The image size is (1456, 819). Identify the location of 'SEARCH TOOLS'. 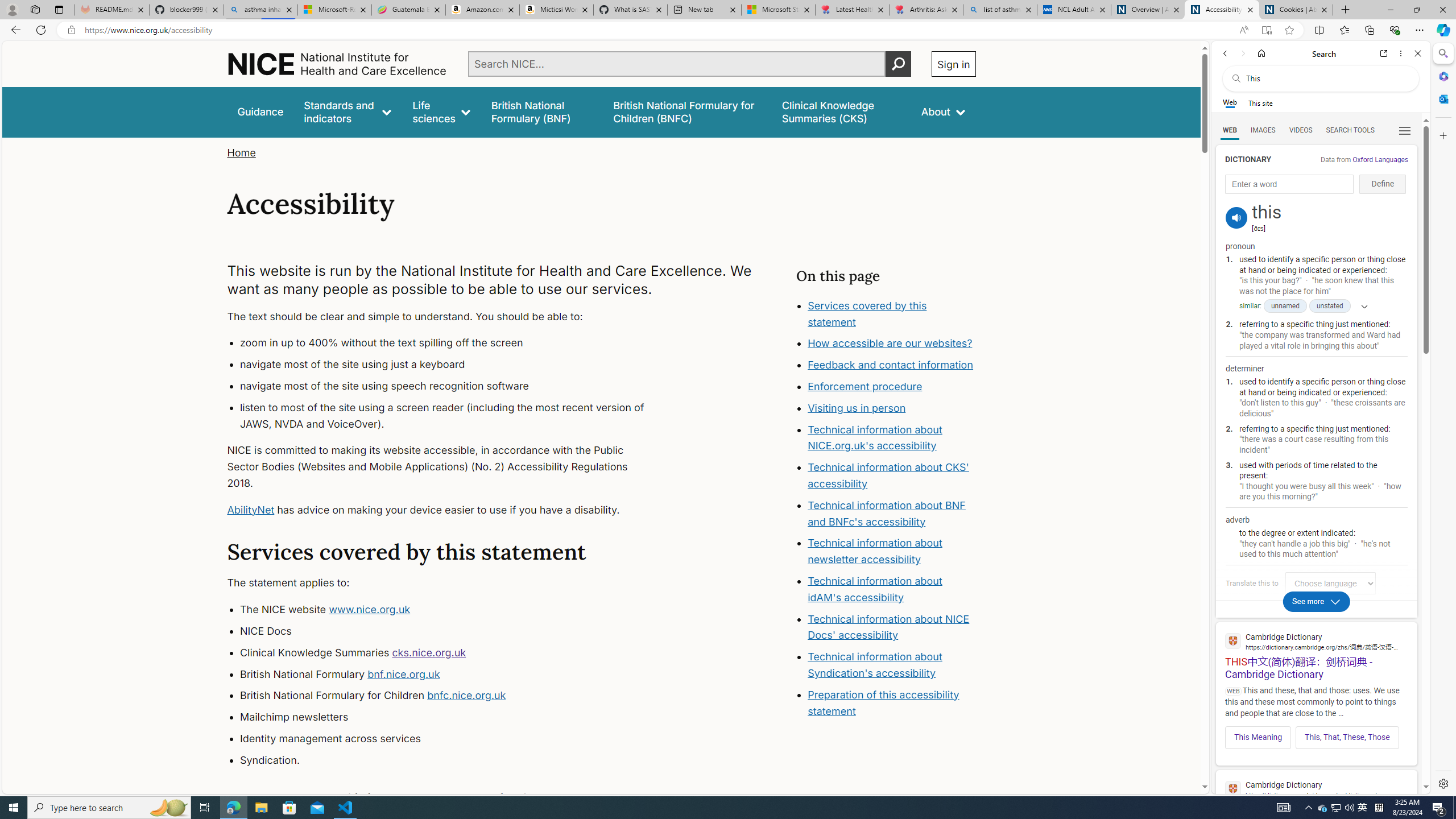
(1350, 130).